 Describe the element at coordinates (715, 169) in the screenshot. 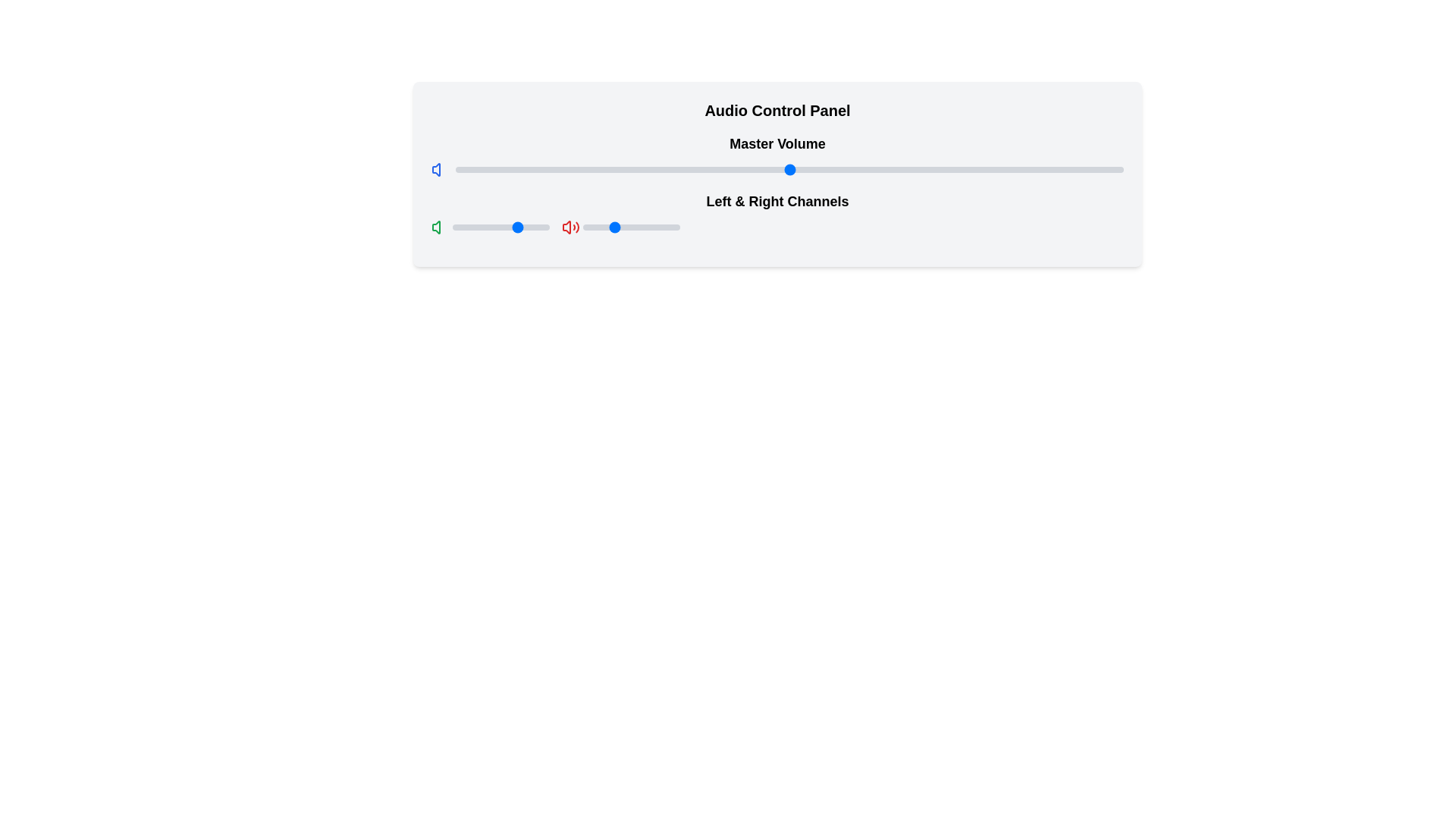

I see `the master volume` at that location.